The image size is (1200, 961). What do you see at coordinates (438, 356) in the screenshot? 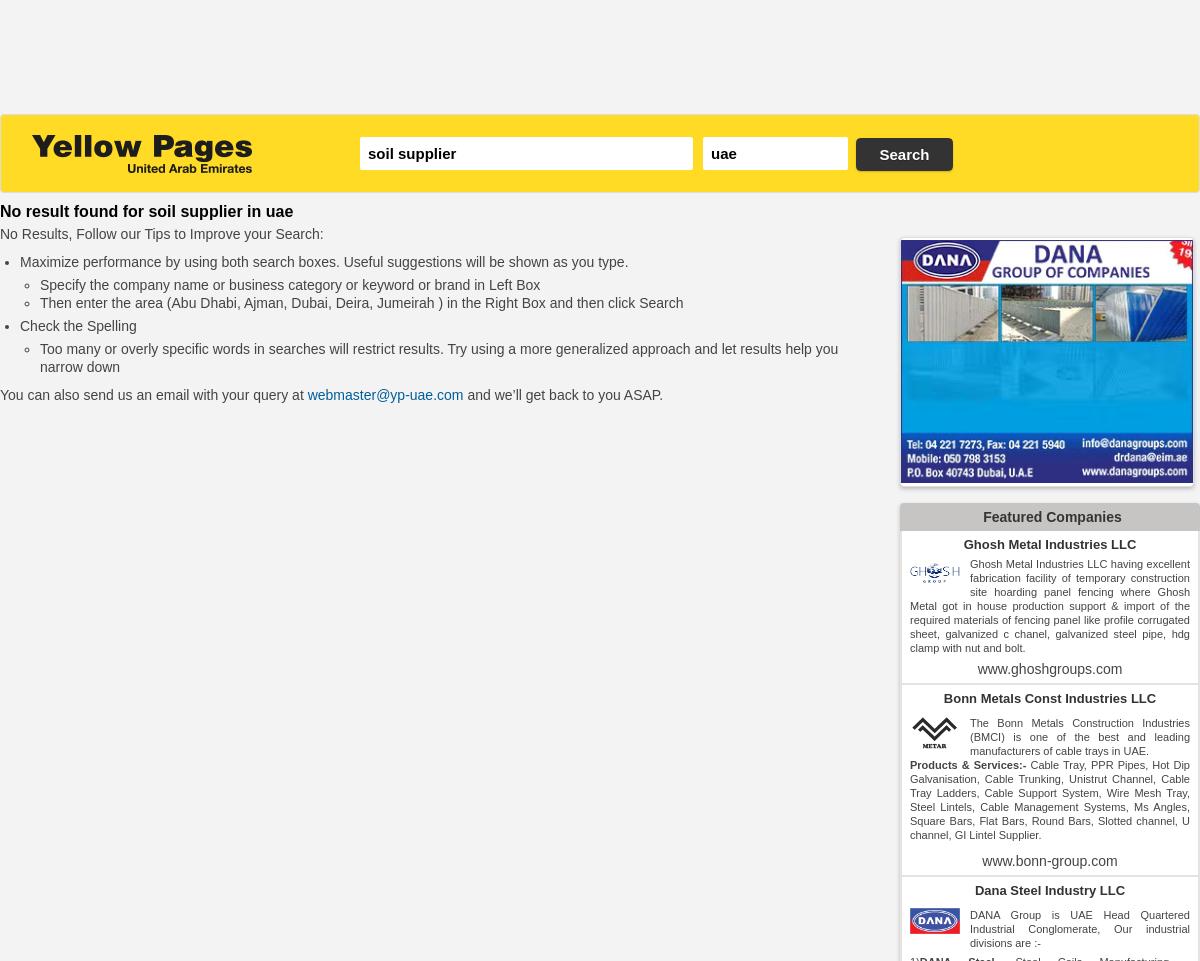
I see `'Too many or overly specific words in searches will restrict results. Try using a more generalized approach and let results help you narrow down'` at bounding box center [438, 356].